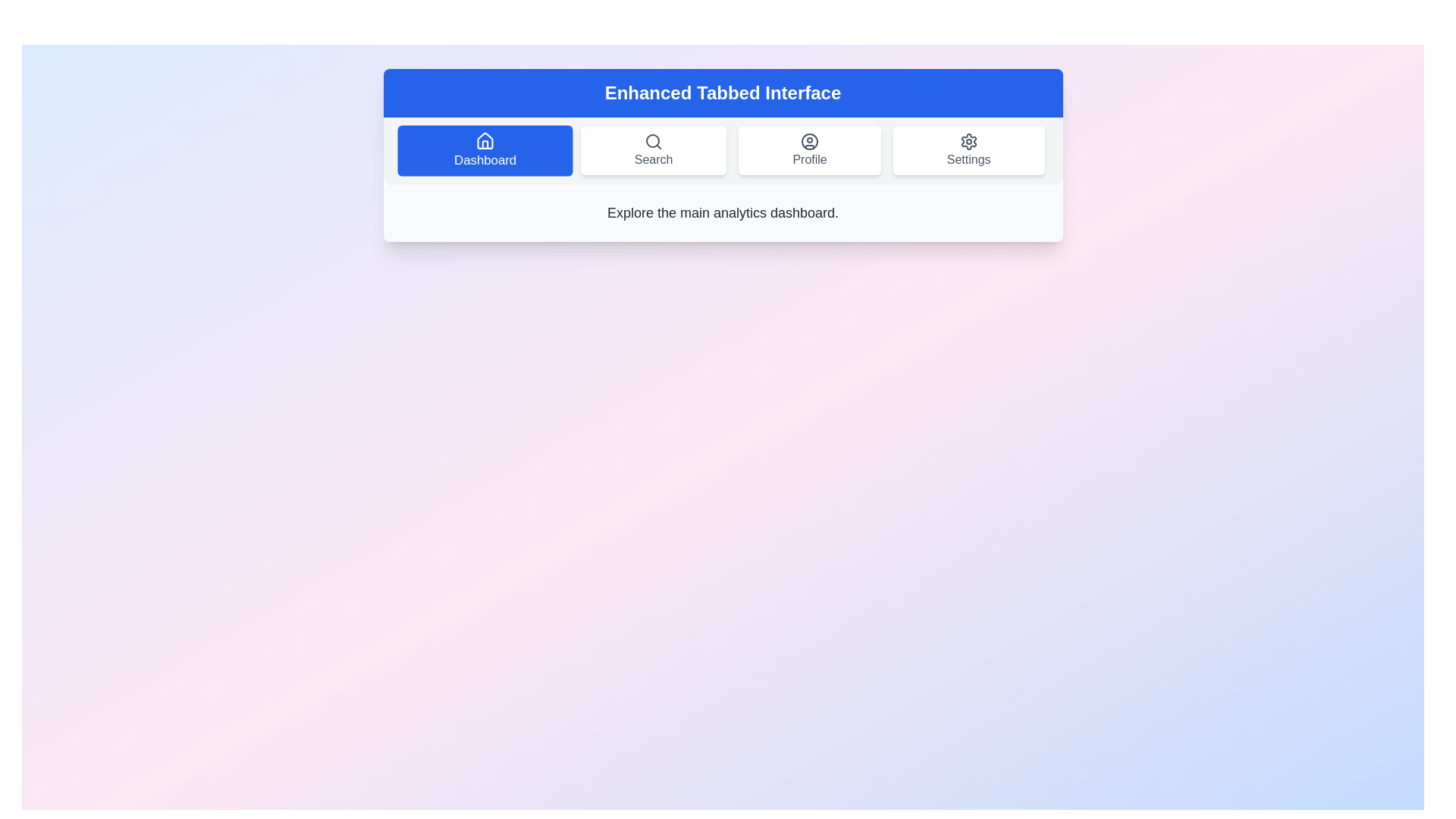  What do you see at coordinates (722, 93) in the screenshot?
I see `the Text Header with the text 'Enhanced Tabbed Interface' that has a blue background and white bold text, positioned at the top of the section` at bounding box center [722, 93].